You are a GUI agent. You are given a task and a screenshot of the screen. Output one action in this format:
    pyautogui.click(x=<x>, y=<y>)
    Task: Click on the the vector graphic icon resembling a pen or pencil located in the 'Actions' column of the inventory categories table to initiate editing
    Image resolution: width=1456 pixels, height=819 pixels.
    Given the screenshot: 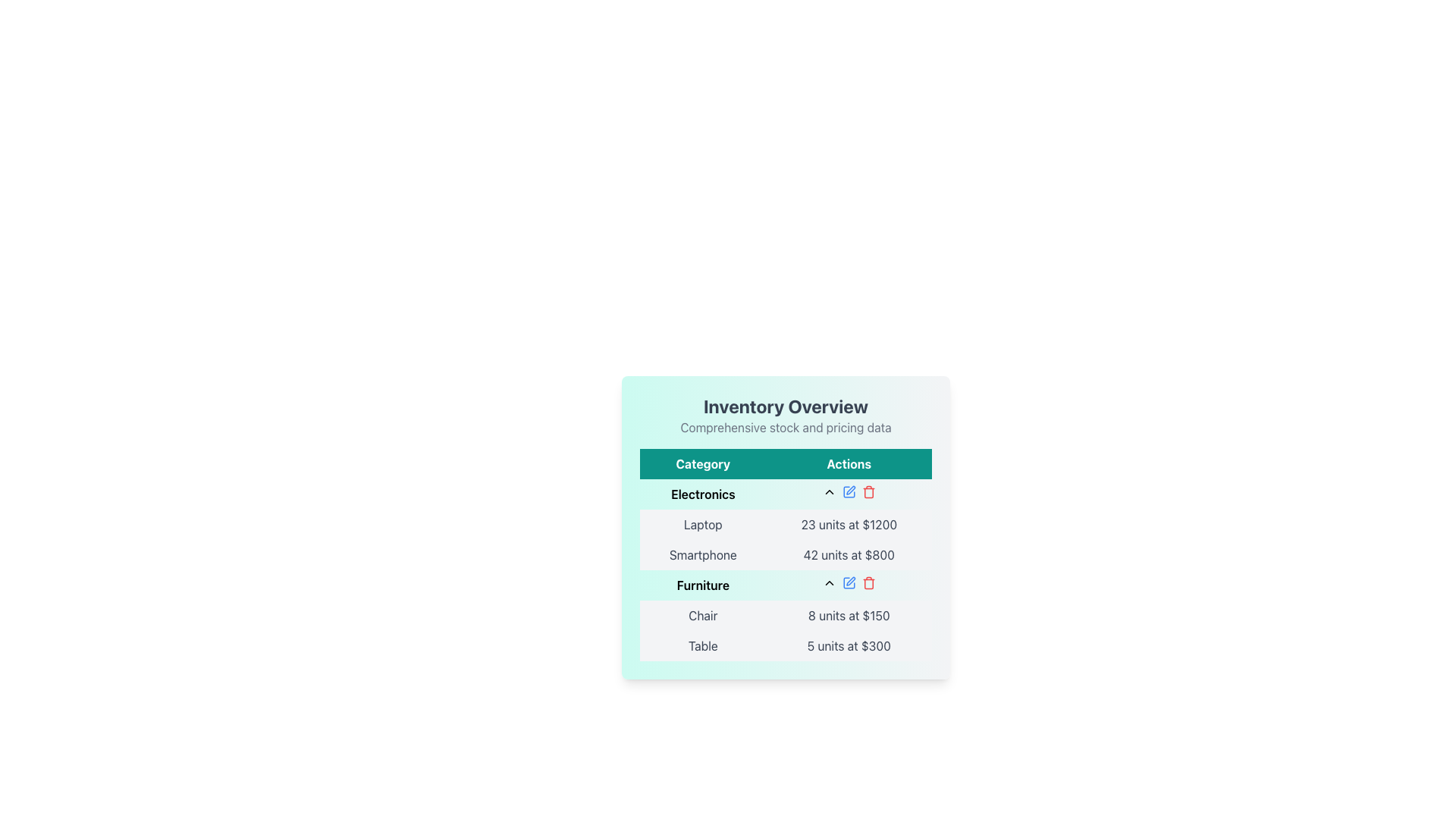 What is the action you would take?
    pyautogui.click(x=851, y=580)
    